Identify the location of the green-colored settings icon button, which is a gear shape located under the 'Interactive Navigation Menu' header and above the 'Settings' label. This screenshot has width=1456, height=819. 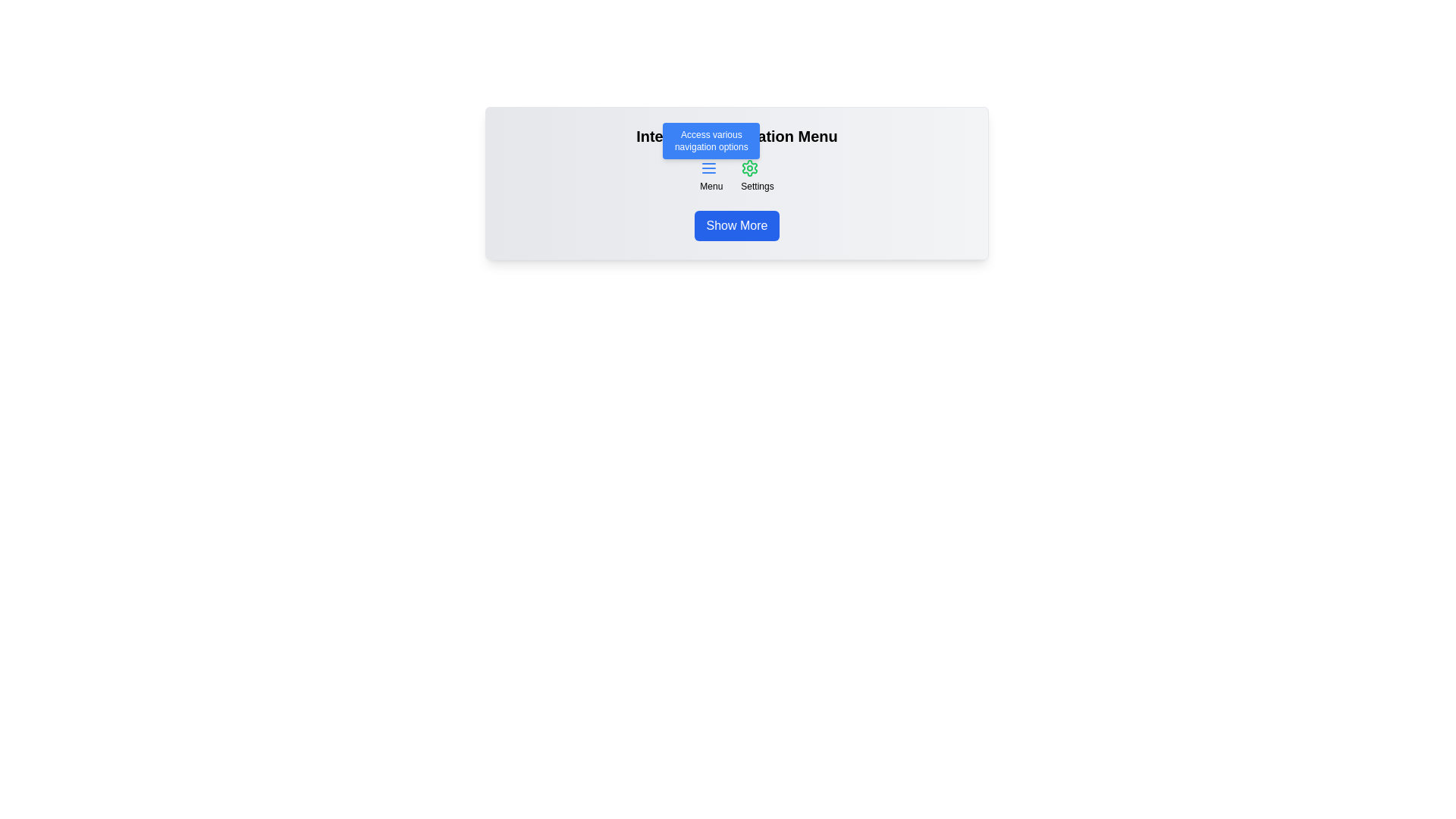
(750, 168).